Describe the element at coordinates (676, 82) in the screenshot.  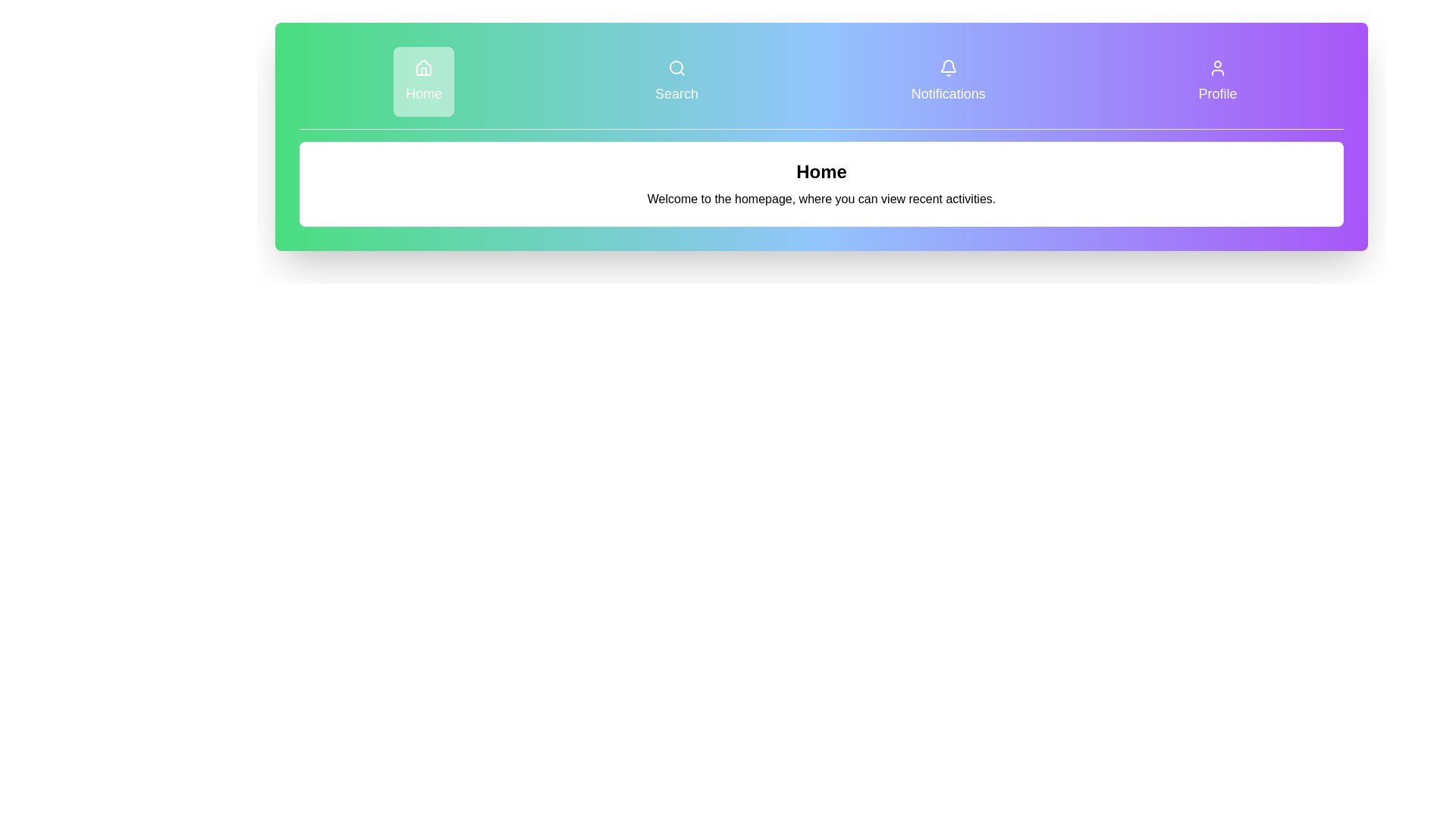
I see `the Search button to observe its hover effect` at that location.